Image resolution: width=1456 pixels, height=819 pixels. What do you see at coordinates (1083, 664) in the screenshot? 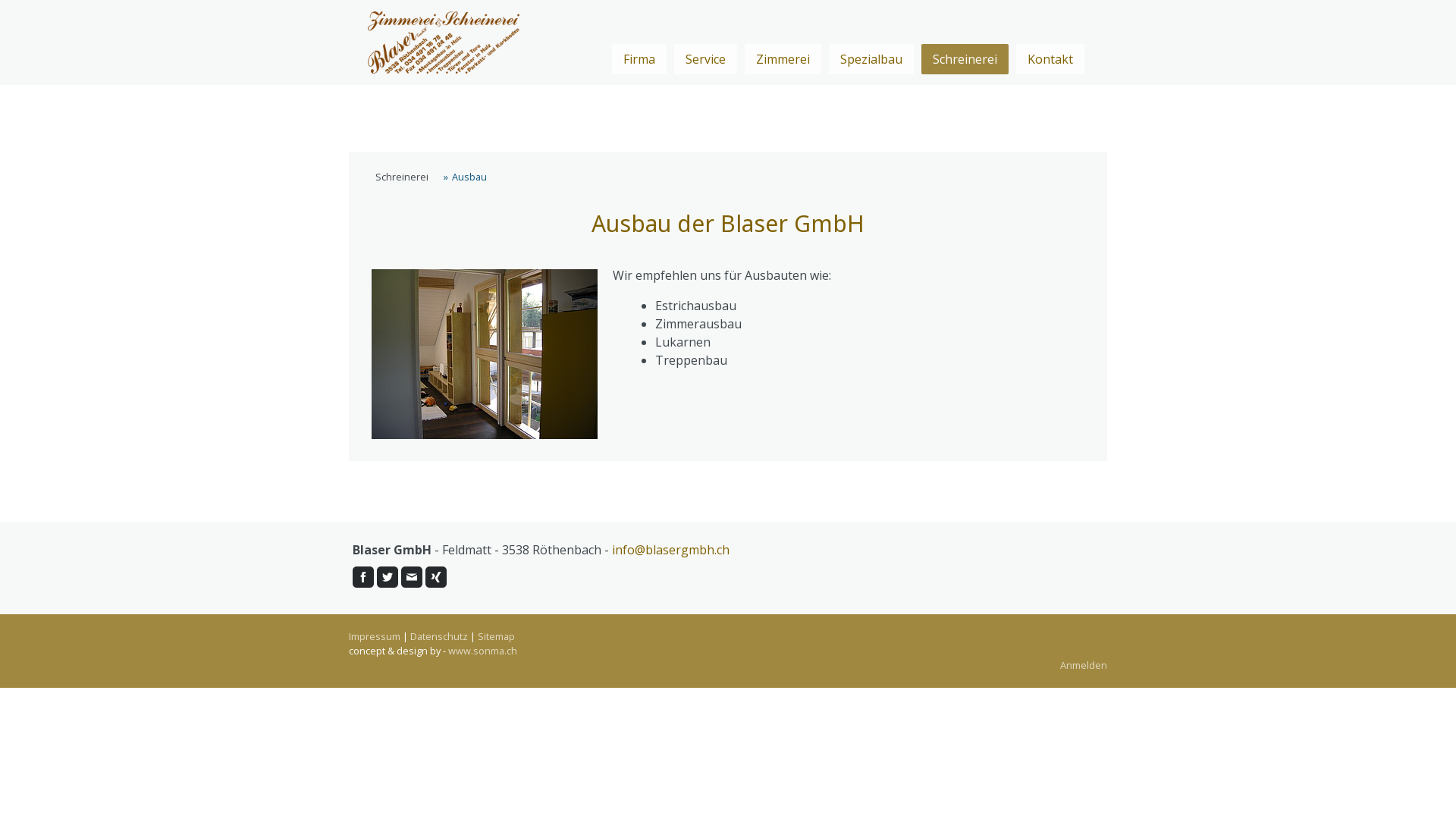
I see `'Anmelden'` at bounding box center [1083, 664].